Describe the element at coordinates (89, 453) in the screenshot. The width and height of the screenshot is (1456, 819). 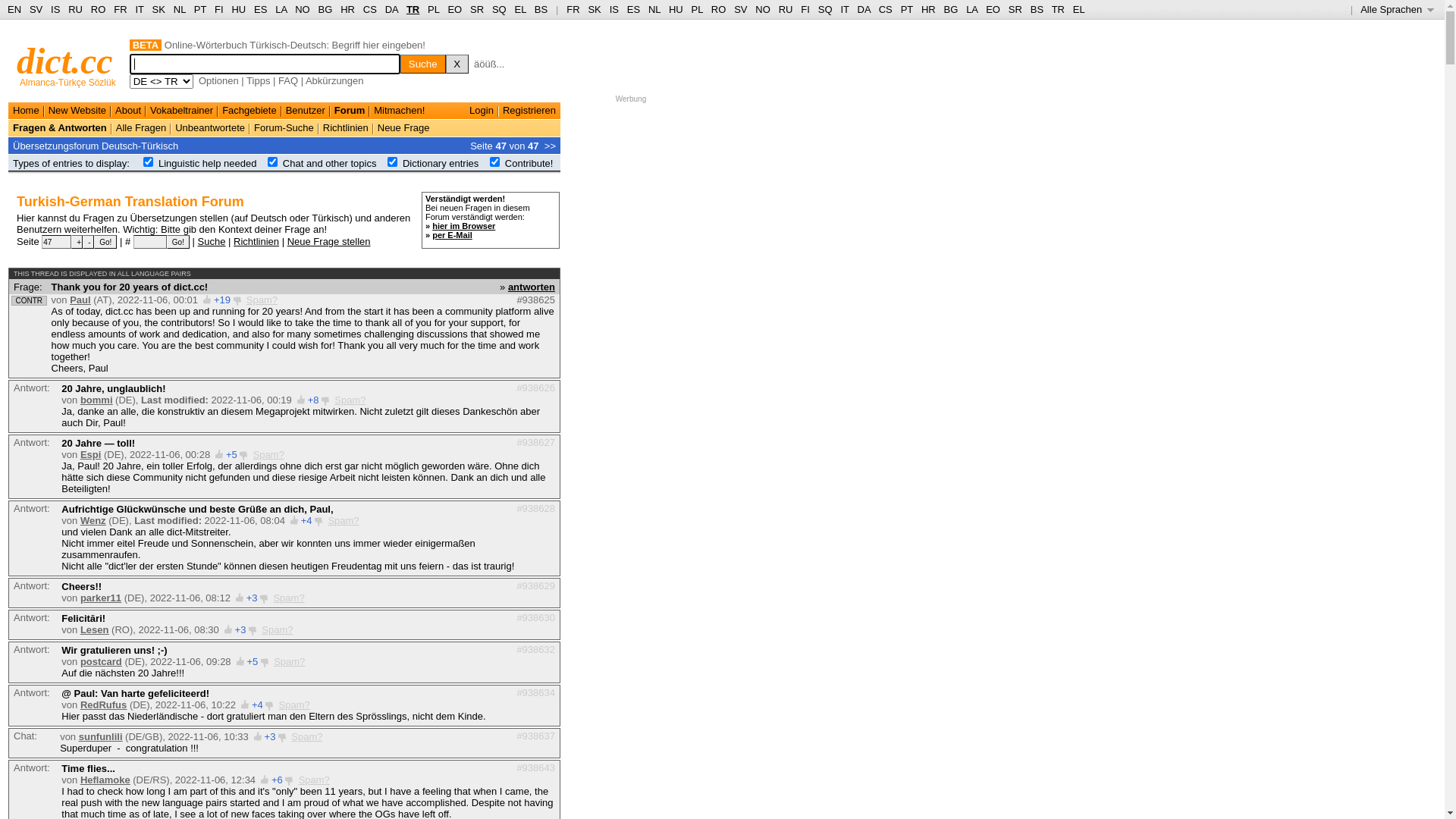
I see `'Espi'` at that location.